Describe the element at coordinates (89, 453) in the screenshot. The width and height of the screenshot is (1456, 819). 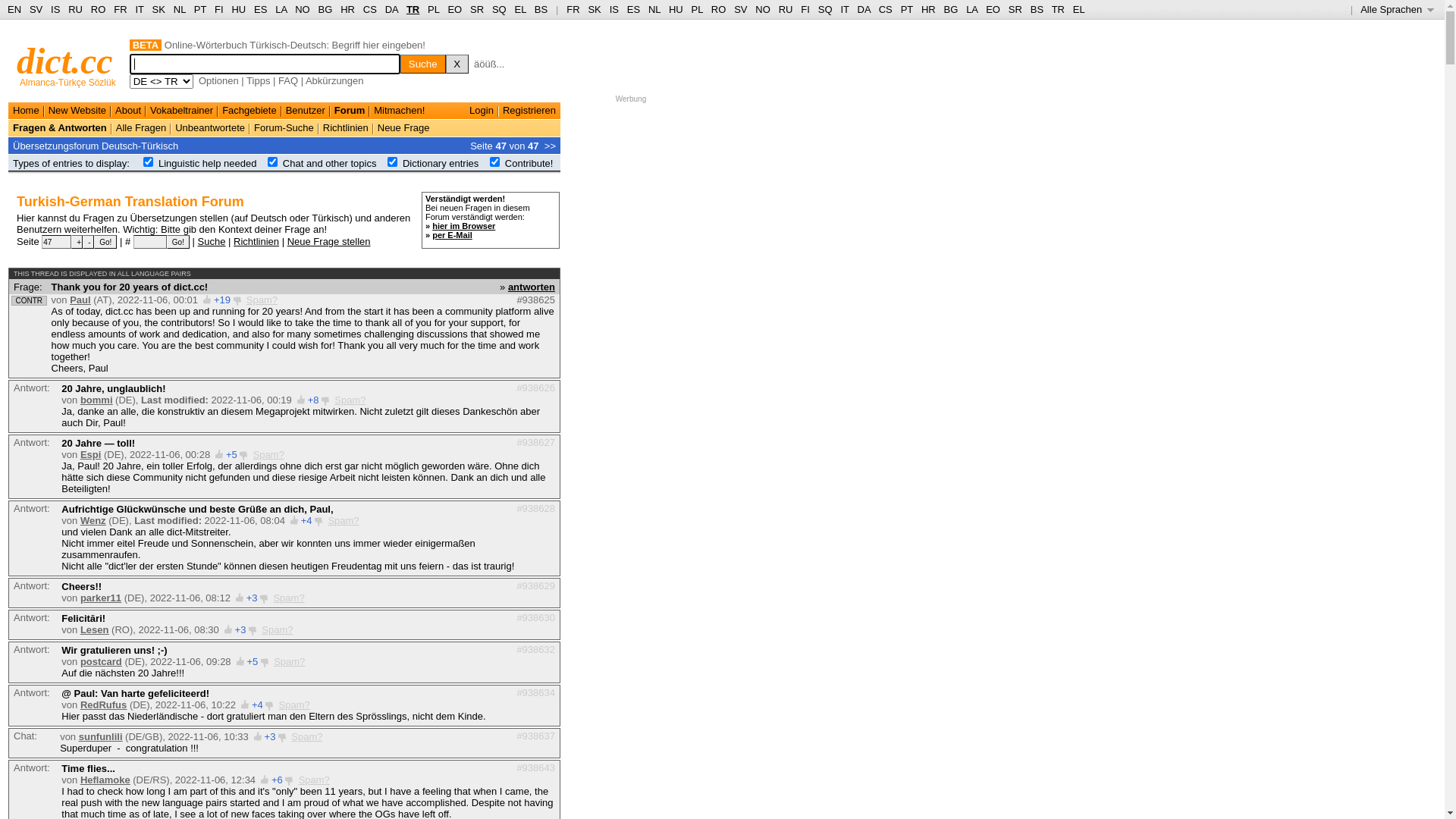
I see `'Espi'` at that location.